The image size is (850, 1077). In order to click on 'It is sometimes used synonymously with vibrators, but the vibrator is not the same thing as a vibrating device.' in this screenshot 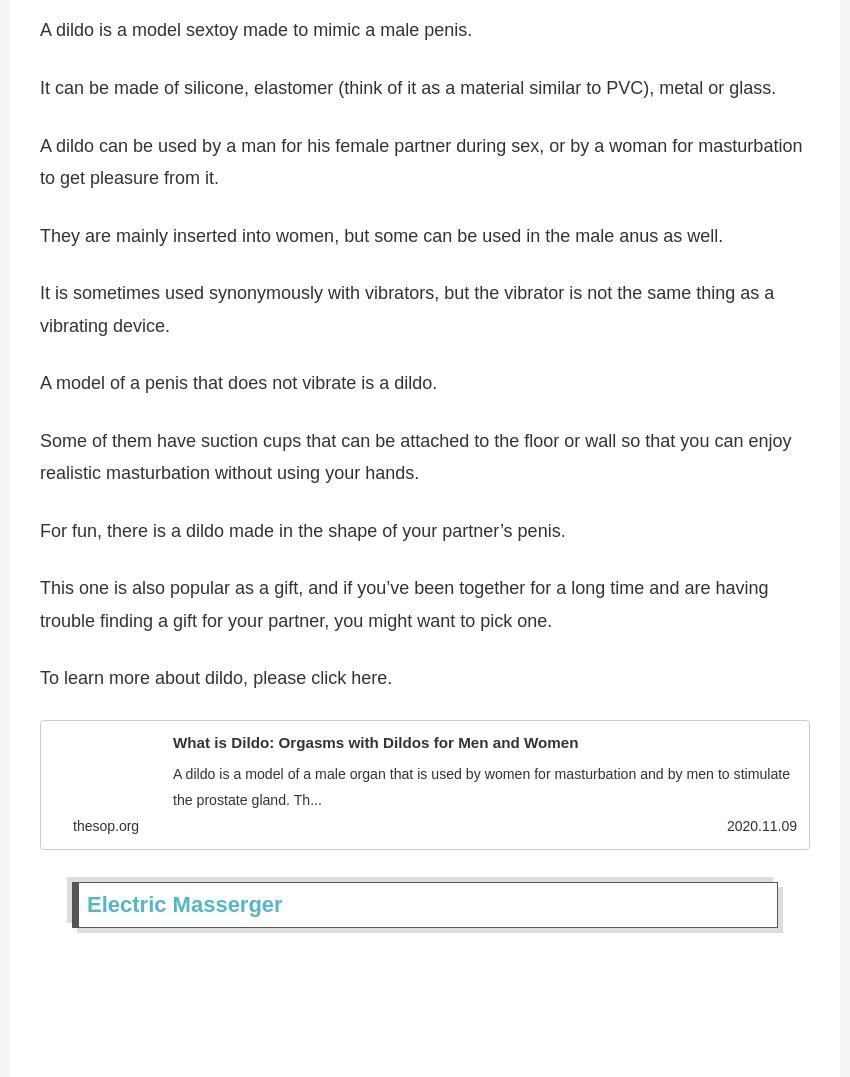, I will do `click(406, 316)`.